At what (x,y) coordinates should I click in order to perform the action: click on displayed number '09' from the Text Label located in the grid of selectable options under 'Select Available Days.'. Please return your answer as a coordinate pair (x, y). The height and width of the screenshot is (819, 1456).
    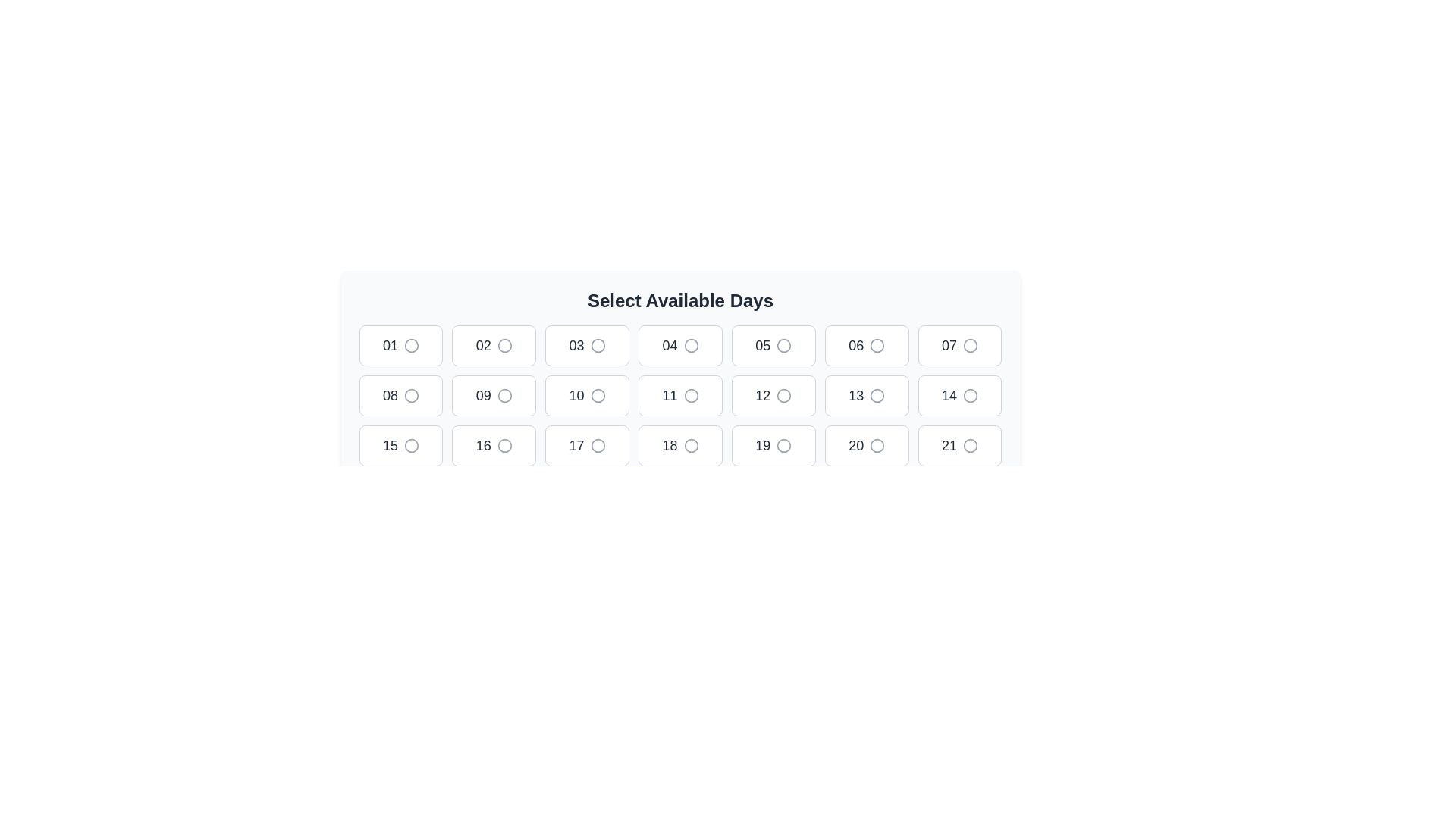
    Looking at the image, I should click on (482, 394).